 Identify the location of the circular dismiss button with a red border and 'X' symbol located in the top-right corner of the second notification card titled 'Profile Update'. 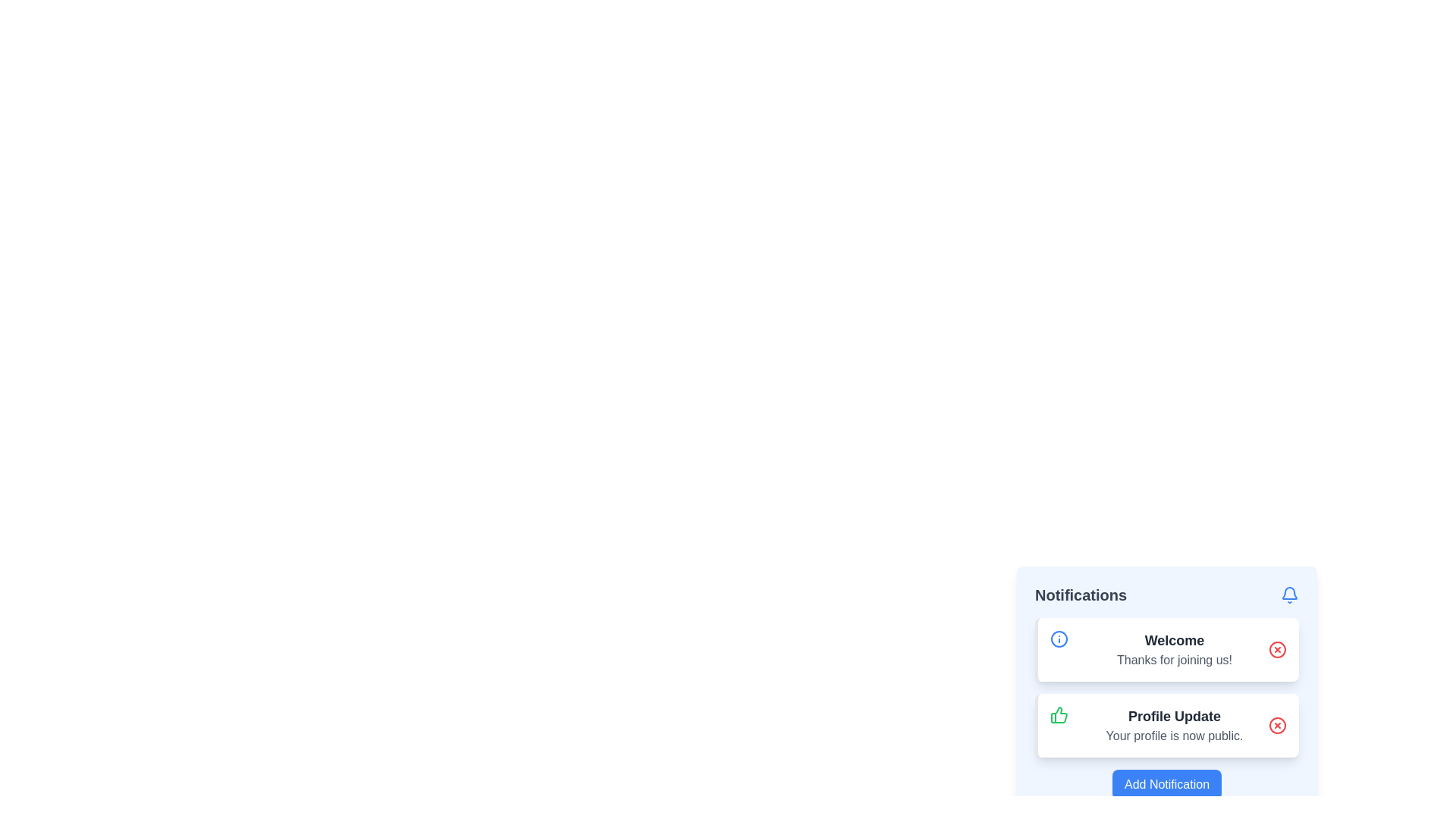
(1276, 724).